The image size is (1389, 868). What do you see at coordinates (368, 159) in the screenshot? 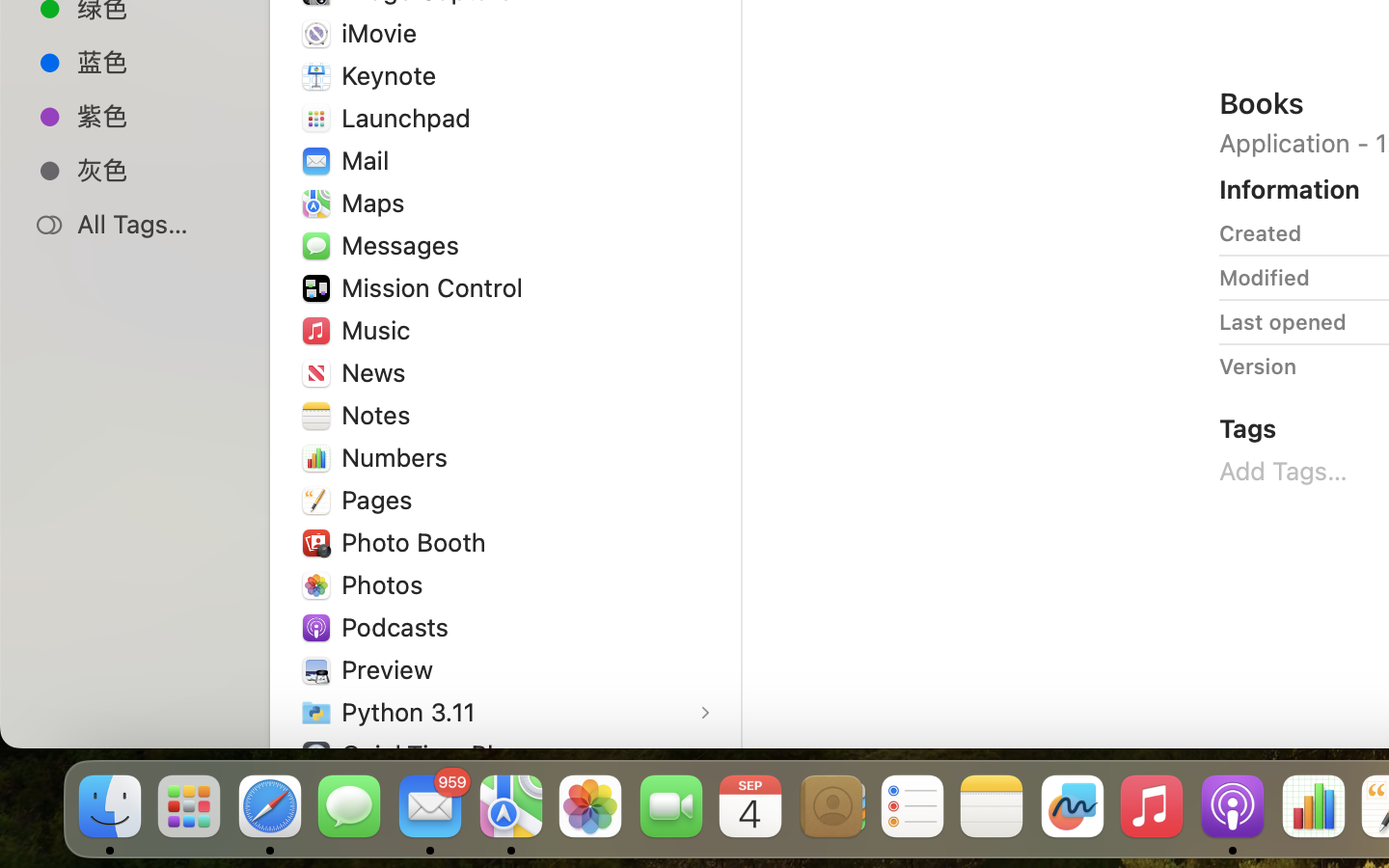
I see `'Mail'` at bounding box center [368, 159].